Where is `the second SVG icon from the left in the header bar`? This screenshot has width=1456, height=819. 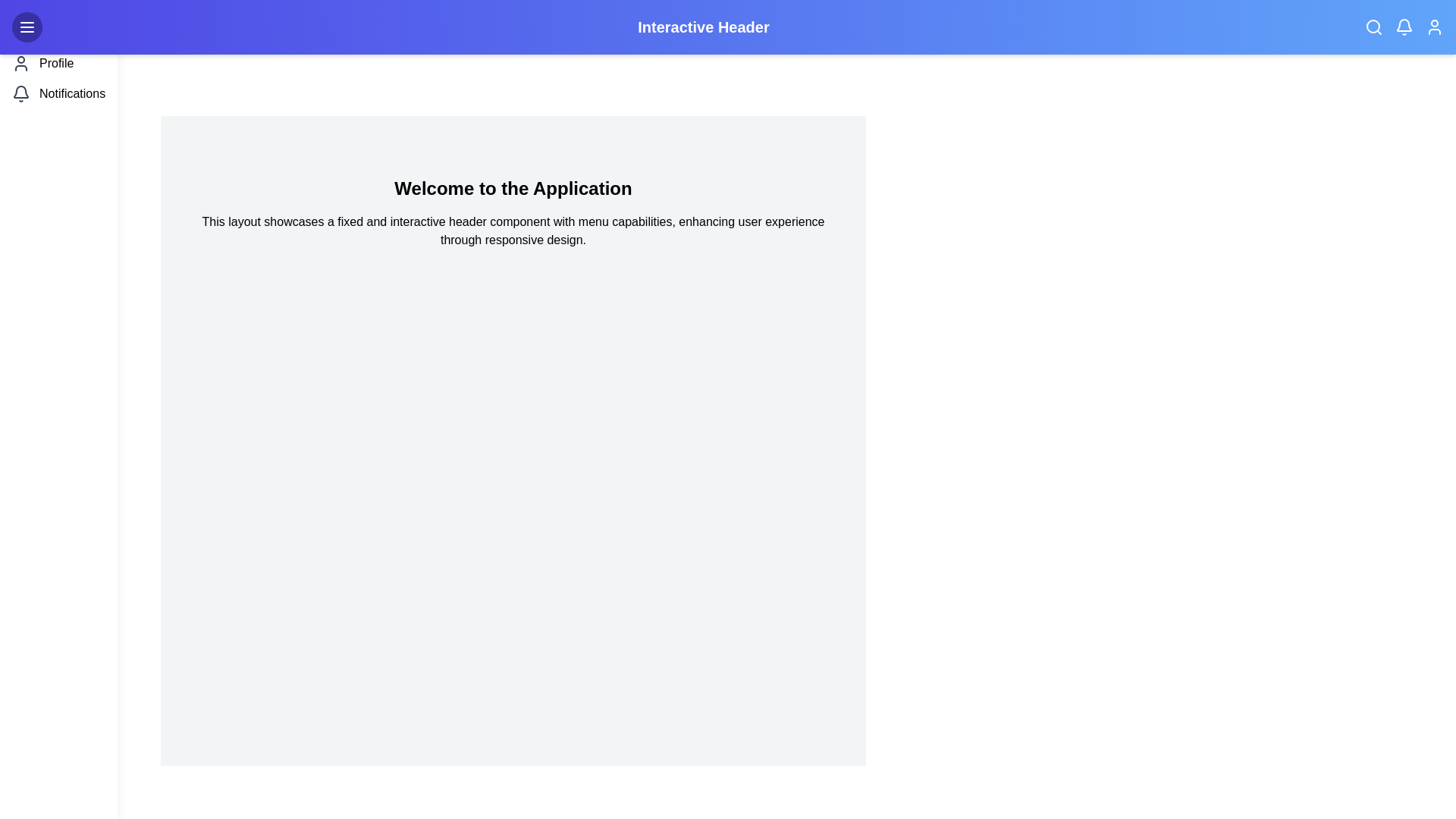 the second SVG icon from the left in the header bar is located at coordinates (1404, 25).